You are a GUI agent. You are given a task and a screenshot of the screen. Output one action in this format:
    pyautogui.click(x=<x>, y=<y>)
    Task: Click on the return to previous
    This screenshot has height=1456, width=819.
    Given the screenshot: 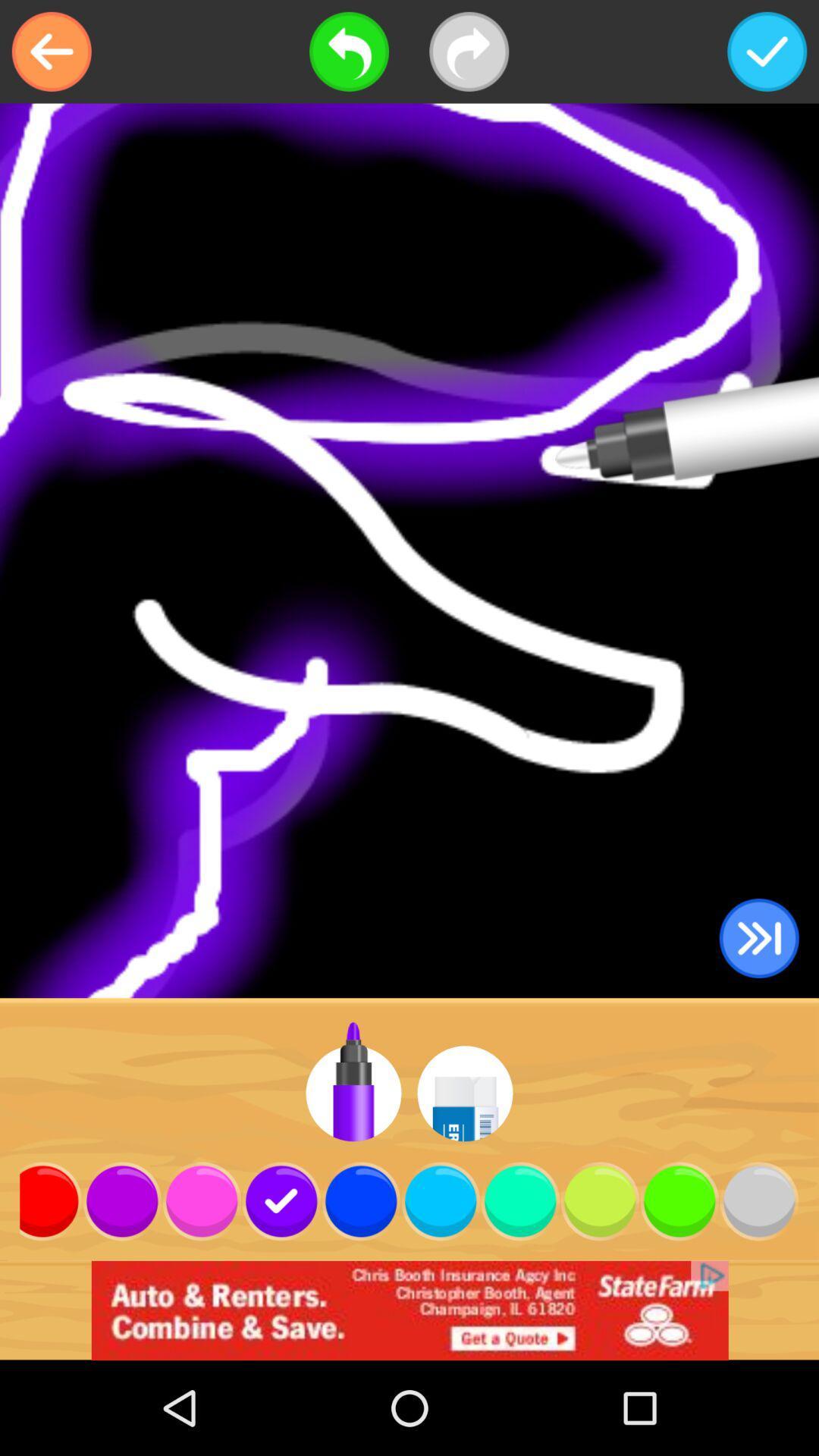 What is the action you would take?
    pyautogui.click(x=51, y=52)
    